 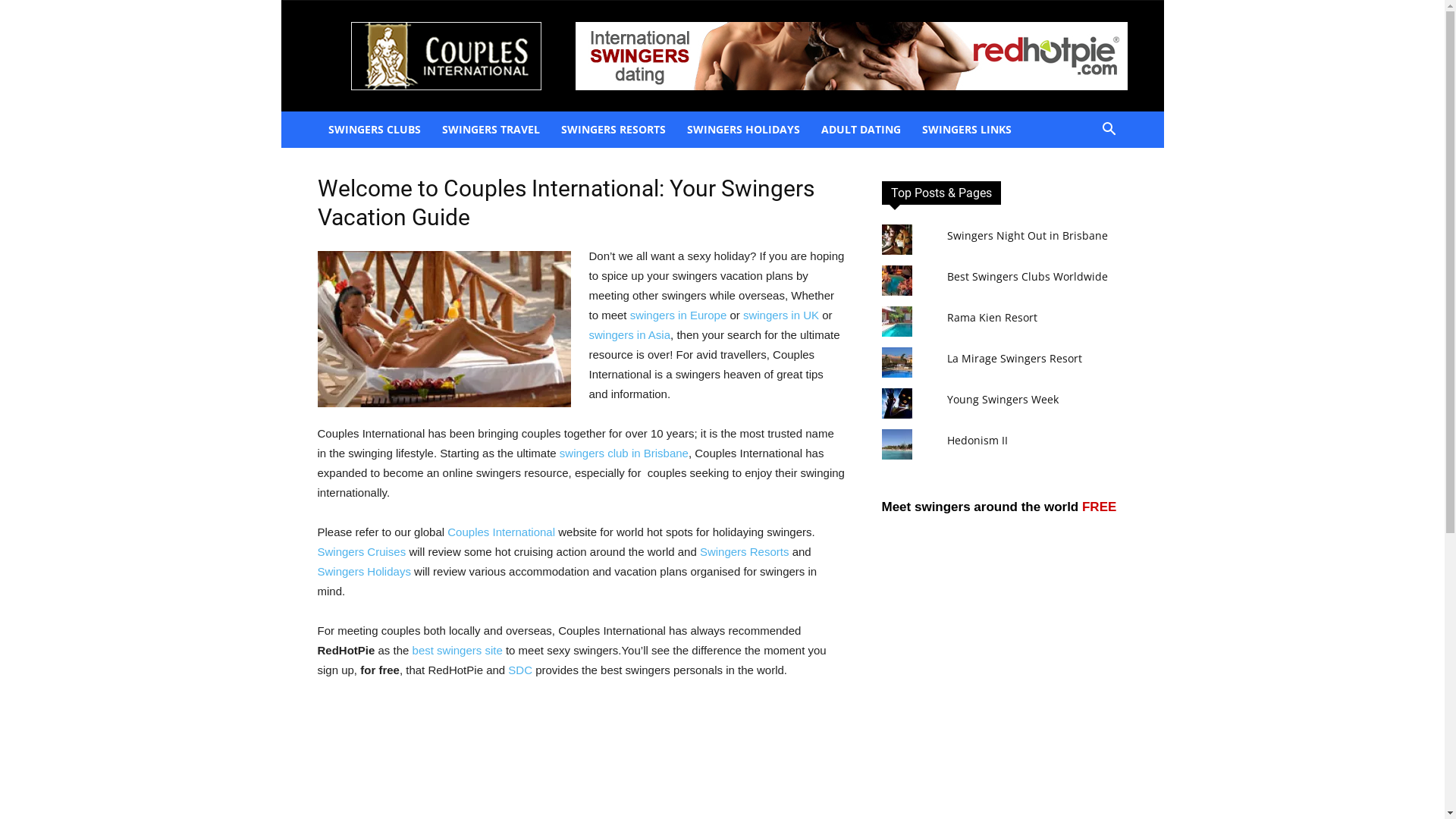 I want to click on 'SWINGERS LINKS', so click(x=966, y=128).